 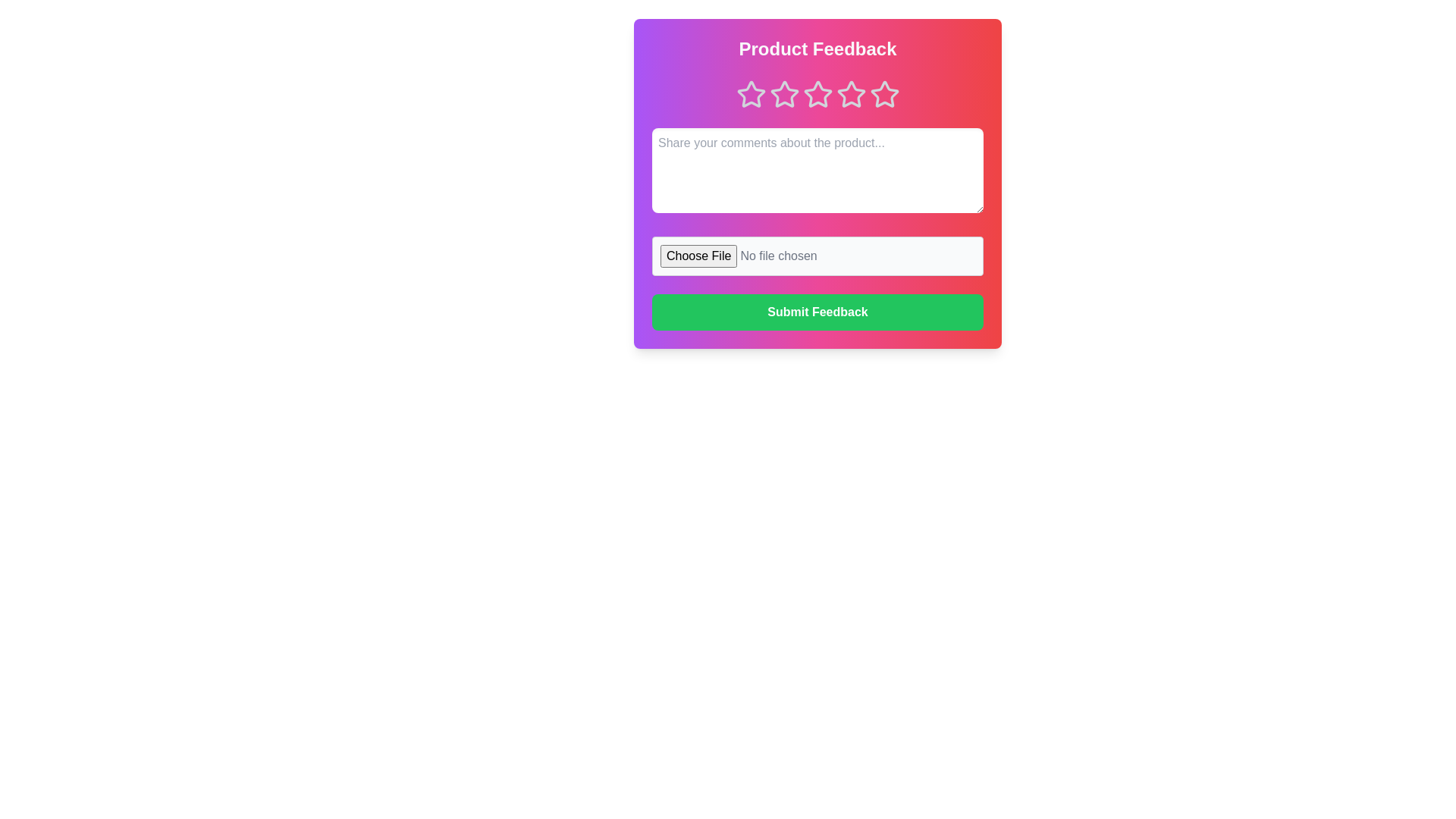 What do you see at coordinates (851, 94) in the screenshot?
I see `the third star icon` at bounding box center [851, 94].